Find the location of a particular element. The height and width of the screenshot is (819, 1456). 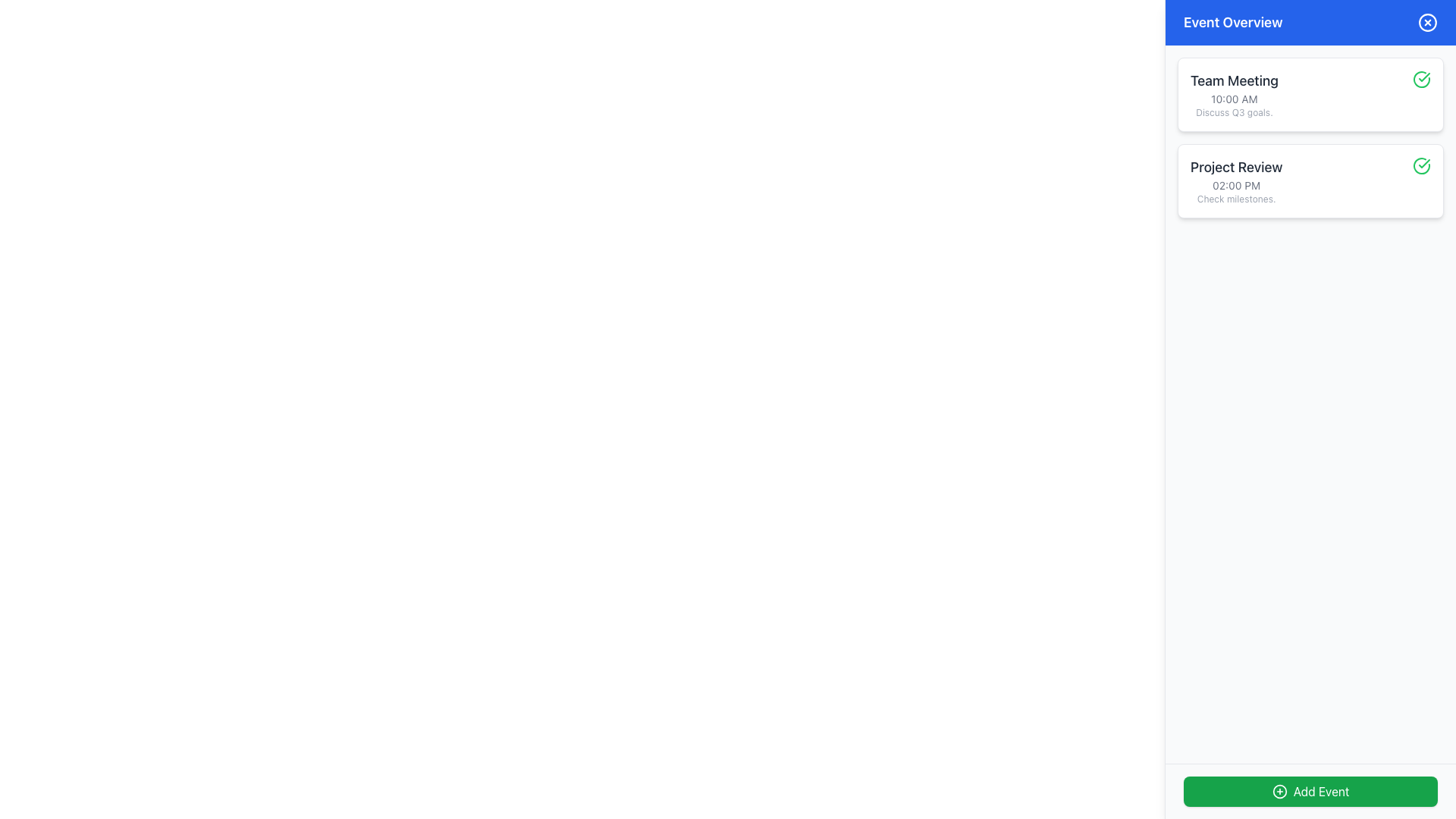

the 'Team Meeting' text label is located at coordinates (1234, 81).